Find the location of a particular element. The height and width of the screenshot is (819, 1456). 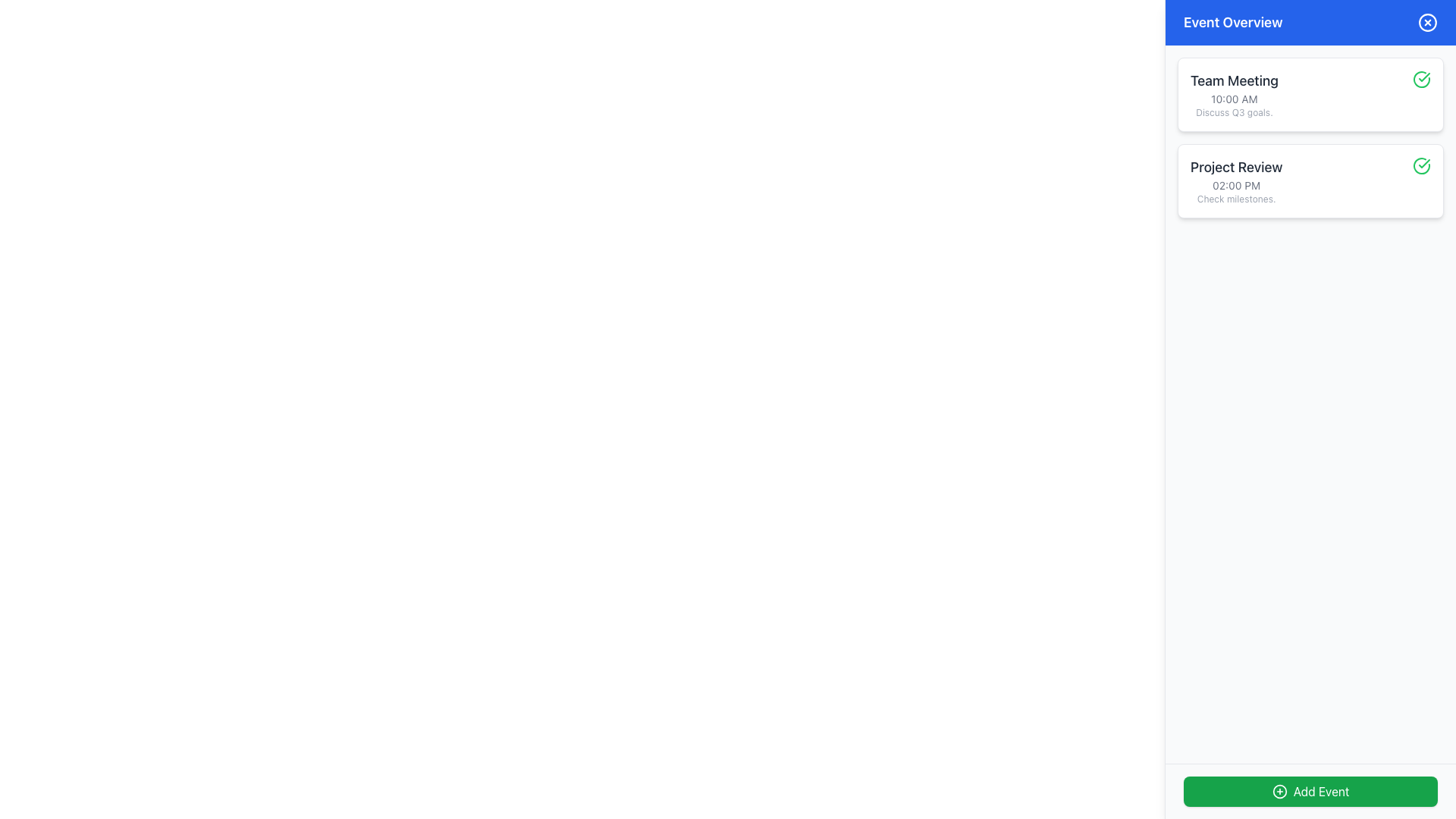

the 'Team Meeting' text label is located at coordinates (1234, 81).